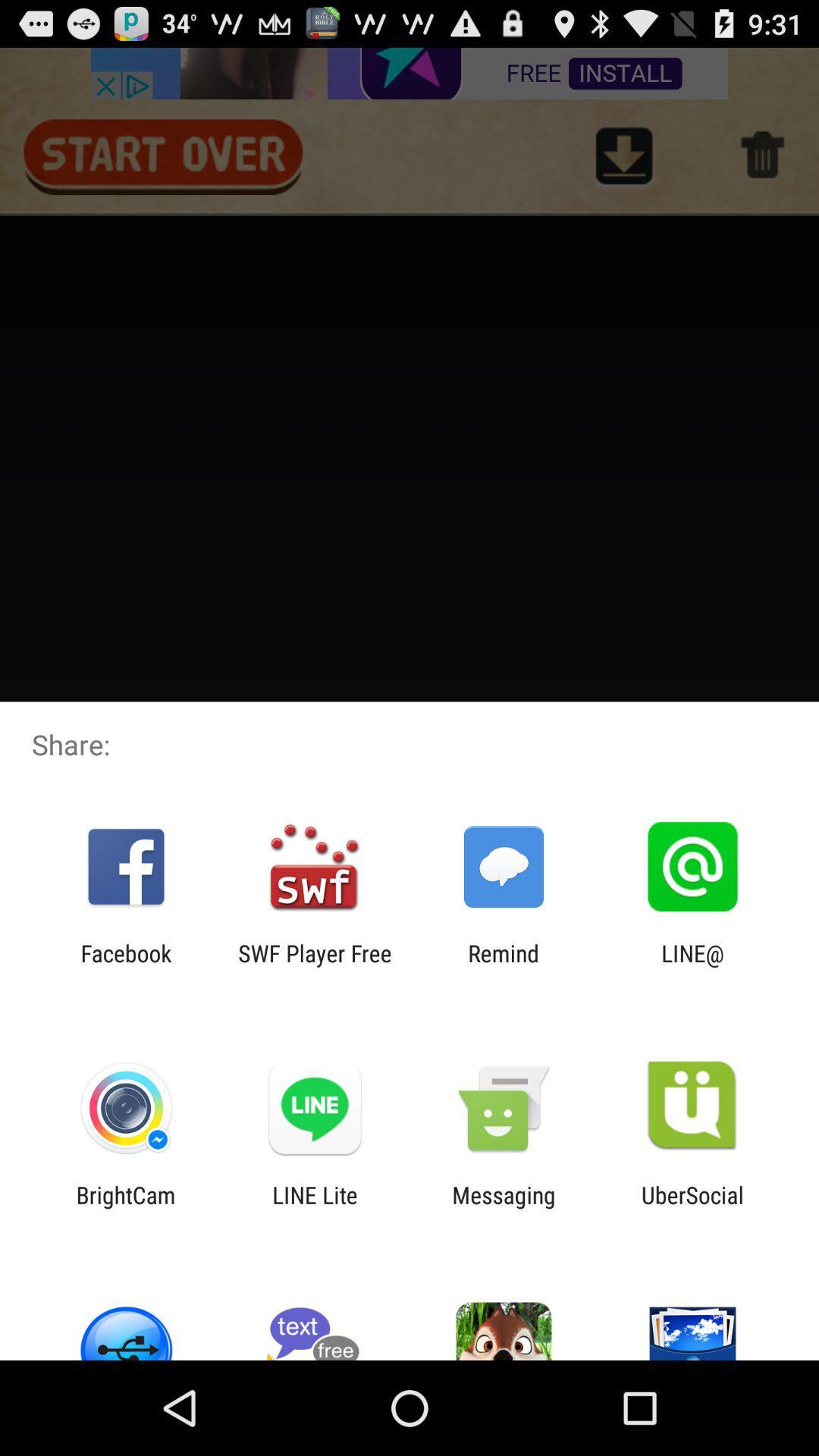 This screenshot has width=819, height=1456. What do you see at coordinates (125, 966) in the screenshot?
I see `app to the left of the swf player free` at bounding box center [125, 966].